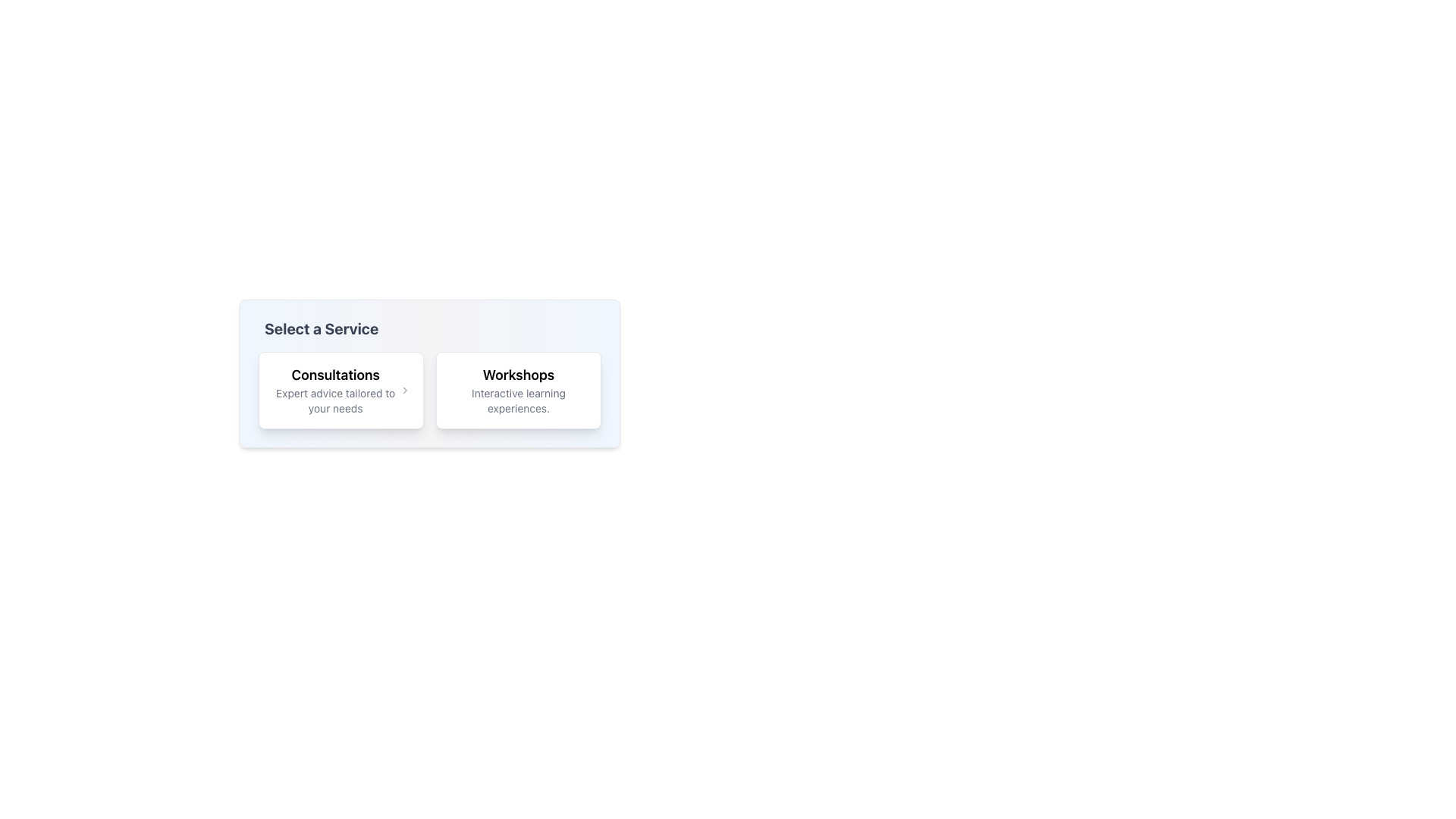  What do you see at coordinates (519, 400) in the screenshot?
I see `the descriptive Text Label located below the 'Workshops' title within the Workshops card, which provides additional information about the service offerings` at bounding box center [519, 400].